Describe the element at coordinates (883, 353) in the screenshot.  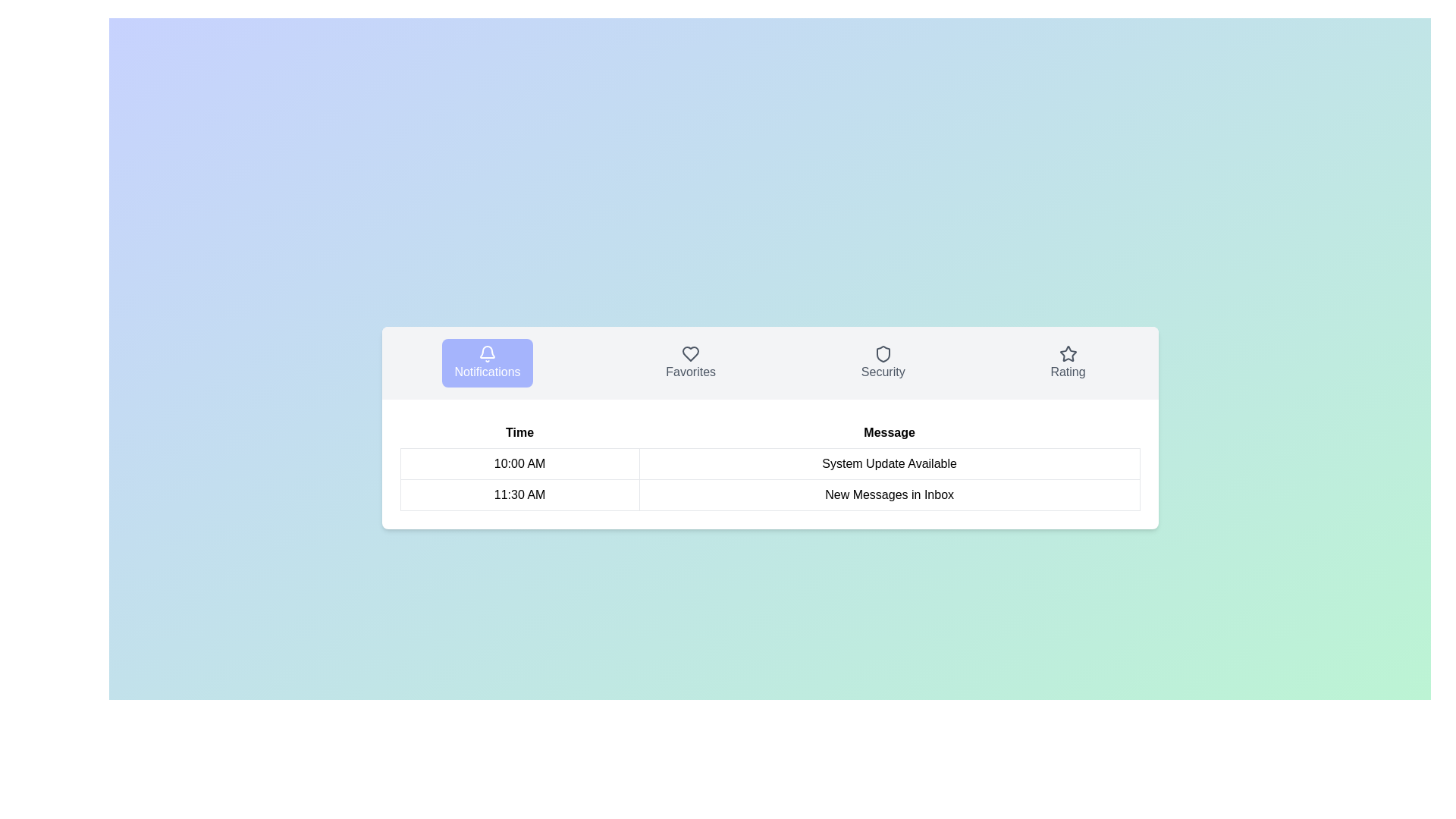
I see `the shield icon representing the 'Security' section` at that location.